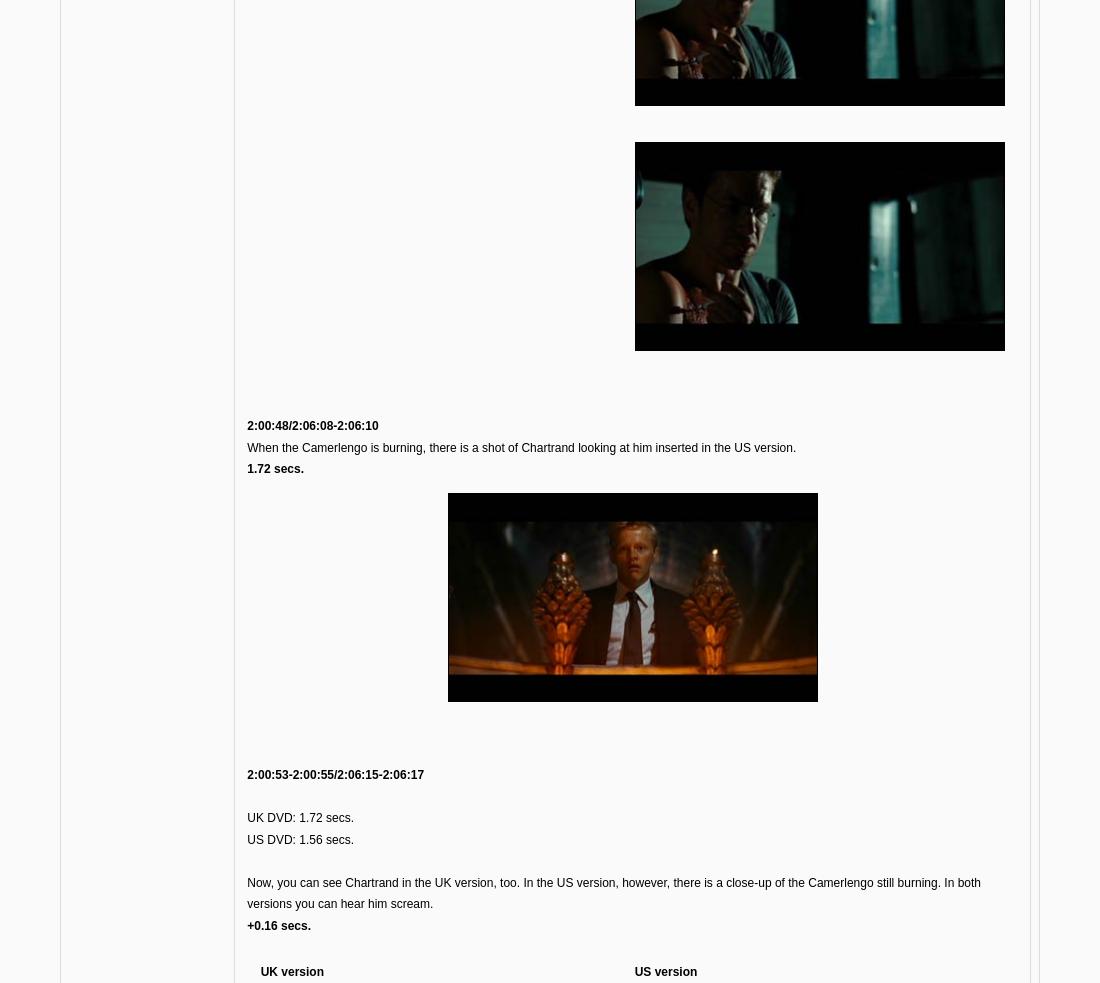 This screenshot has height=983, width=1100. What do you see at coordinates (613, 892) in the screenshot?
I see `'Now, you can see Chartrand in the UK version, too. In the US version, however, there is a close-up of the Camerlengo still burning. In both versions you can hear him scream.'` at bounding box center [613, 892].